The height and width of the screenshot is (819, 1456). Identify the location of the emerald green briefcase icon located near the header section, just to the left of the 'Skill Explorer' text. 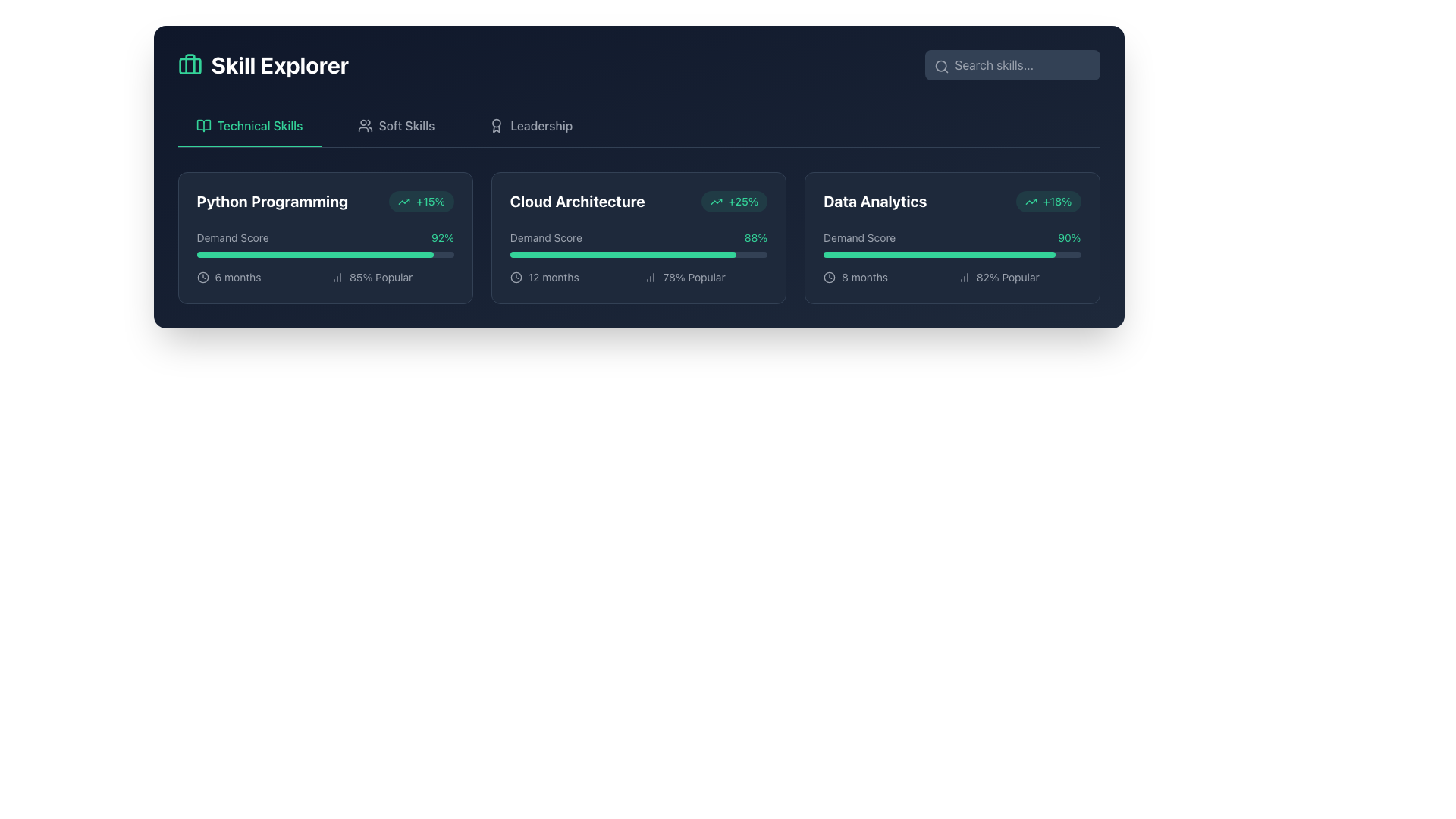
(189, 64).